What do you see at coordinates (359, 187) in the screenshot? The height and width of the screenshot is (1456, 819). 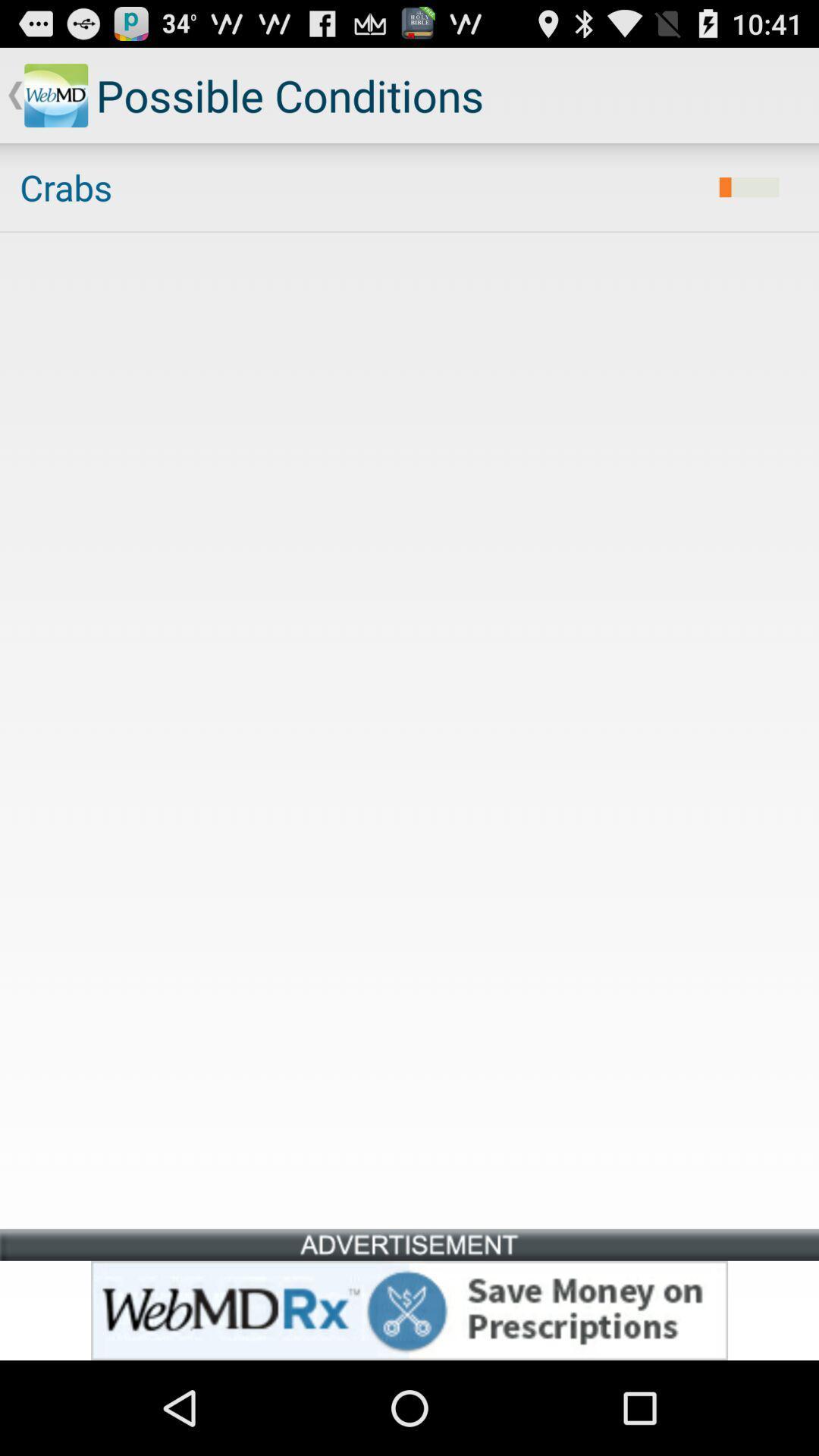 I see `the crabs` at bounding box center [359, 187].